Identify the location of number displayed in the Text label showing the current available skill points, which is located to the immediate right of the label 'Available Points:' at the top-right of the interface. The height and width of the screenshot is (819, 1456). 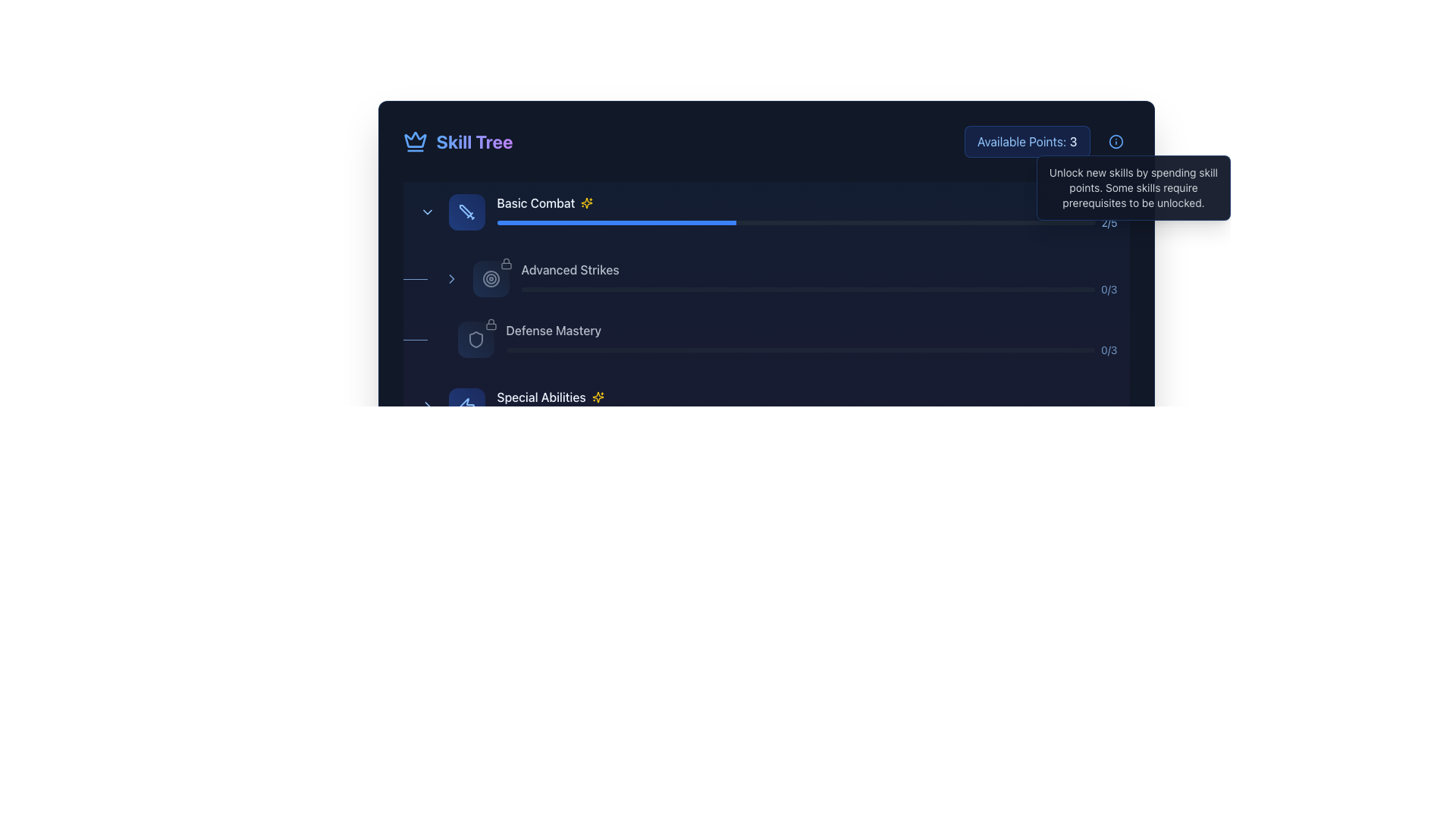
(1072, 141).